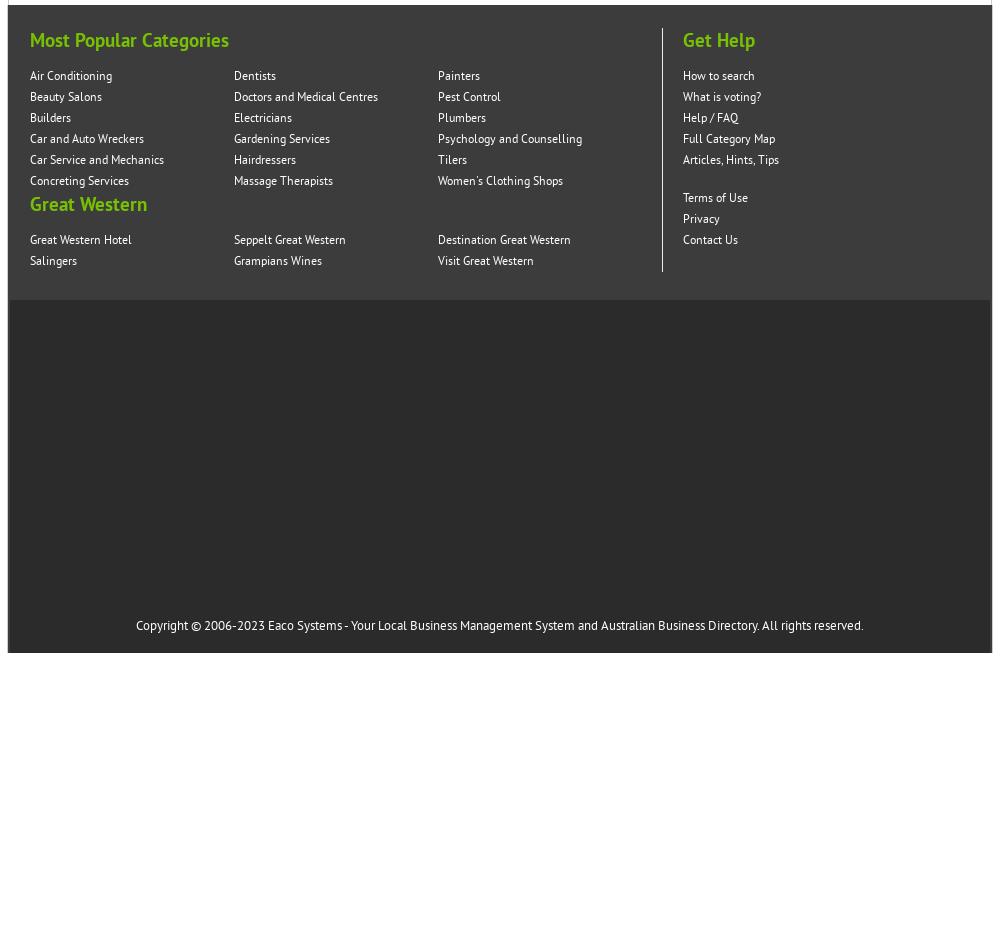  Describe the element at coordinates (306, 96) in the screenshot. I see `'Doctors and Medical Centres'` at that location.